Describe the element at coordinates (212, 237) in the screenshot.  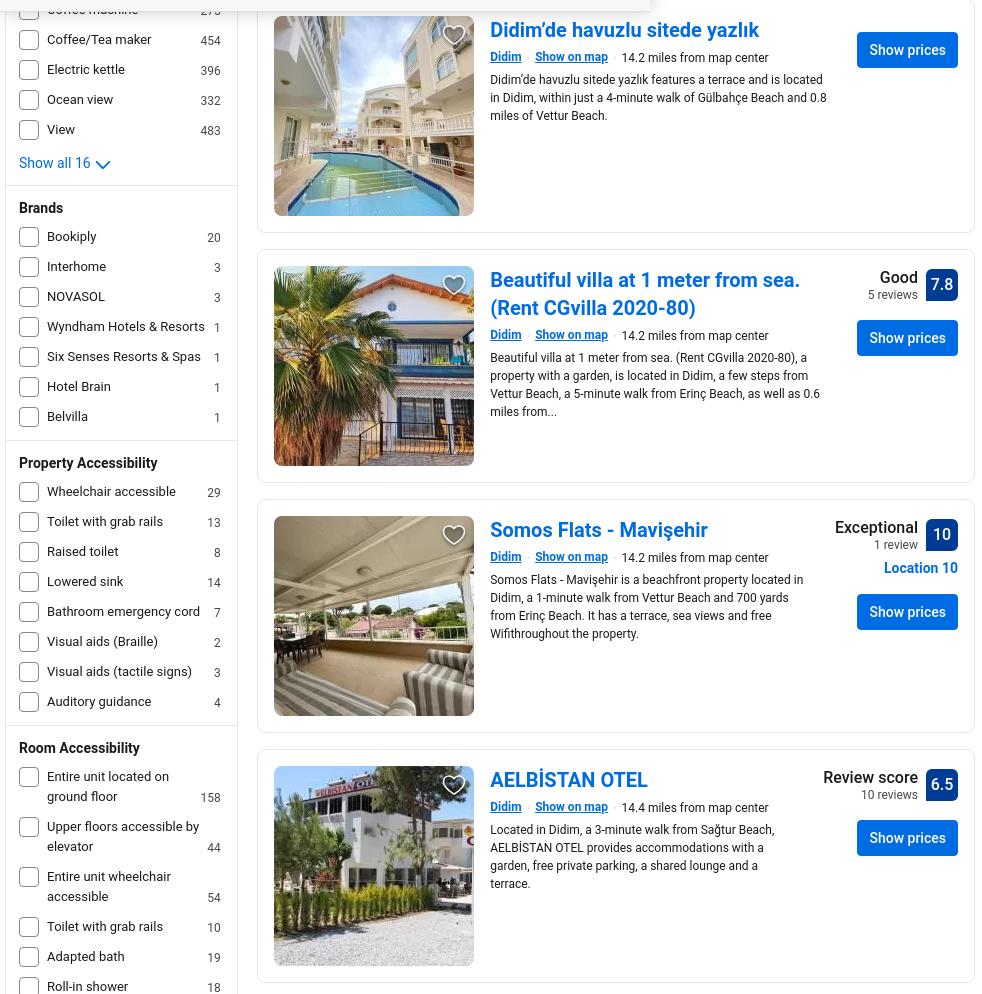
I see `'20'` at that location.